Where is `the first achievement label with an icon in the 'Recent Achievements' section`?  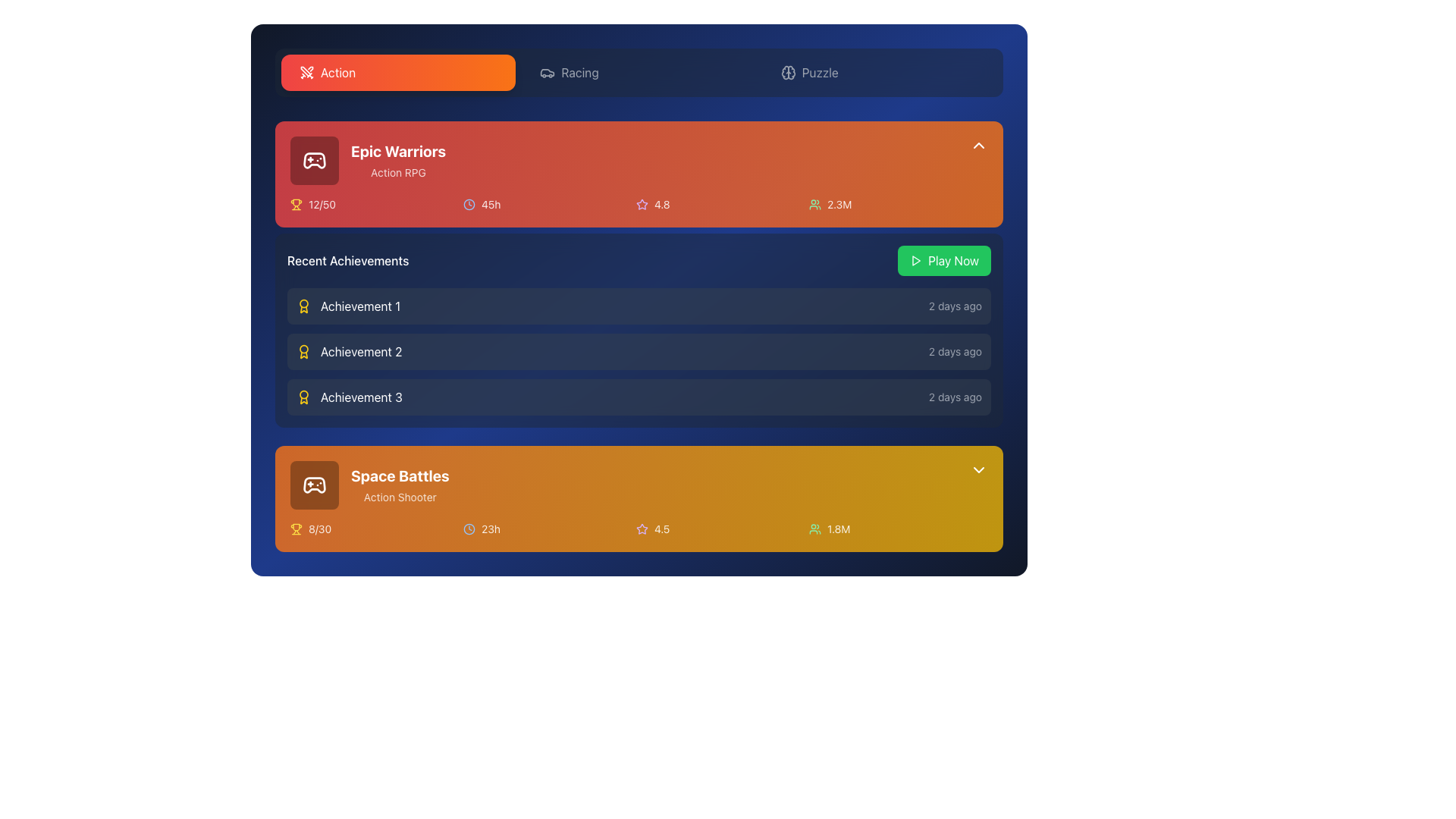
the first achievement label with an icon in the 'Recent Achievements' section is located at coordinates (347, 306).